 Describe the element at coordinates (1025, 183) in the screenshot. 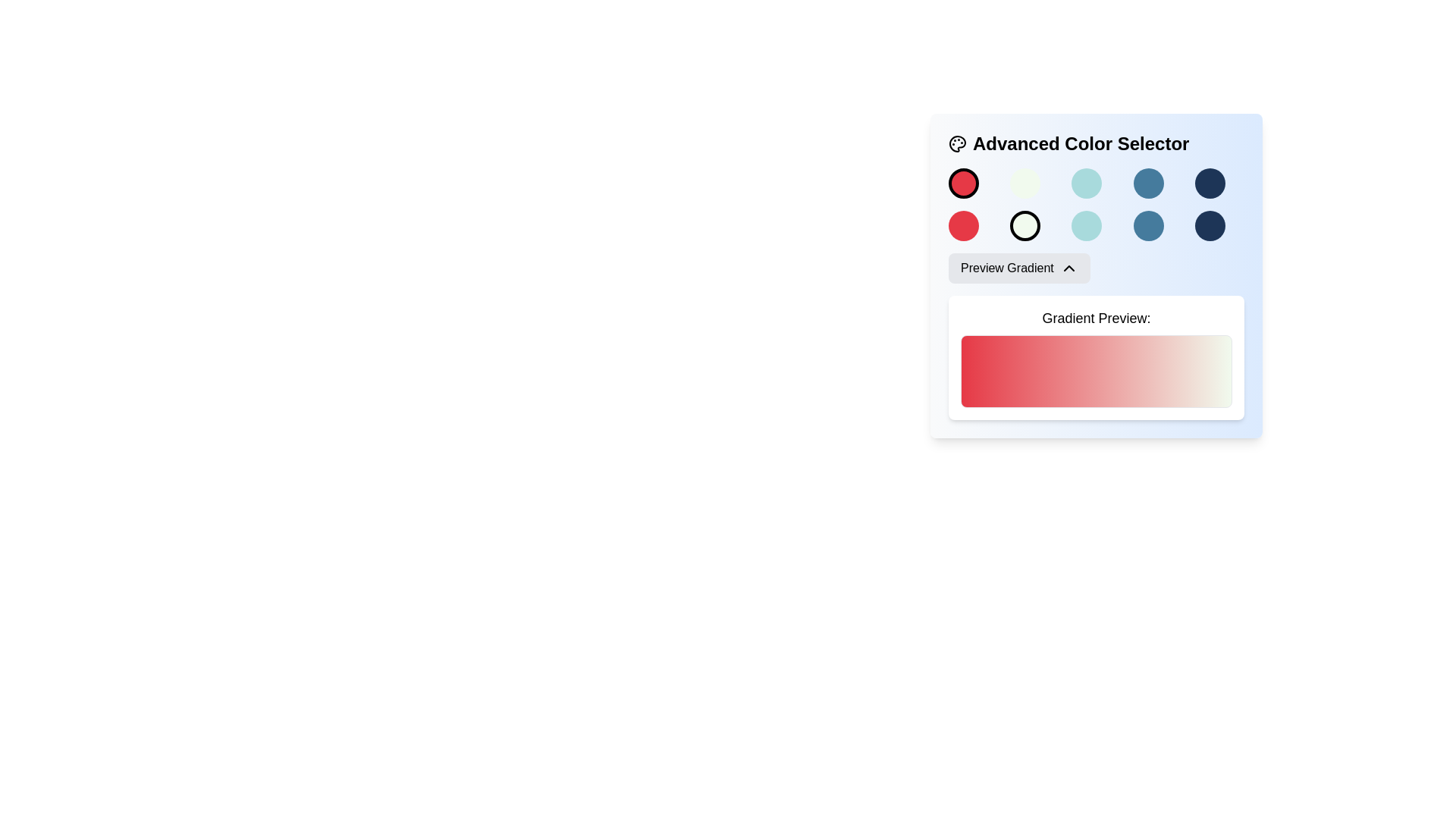

I see `the second button in the top row of the grid of circular color buttons` at that location.